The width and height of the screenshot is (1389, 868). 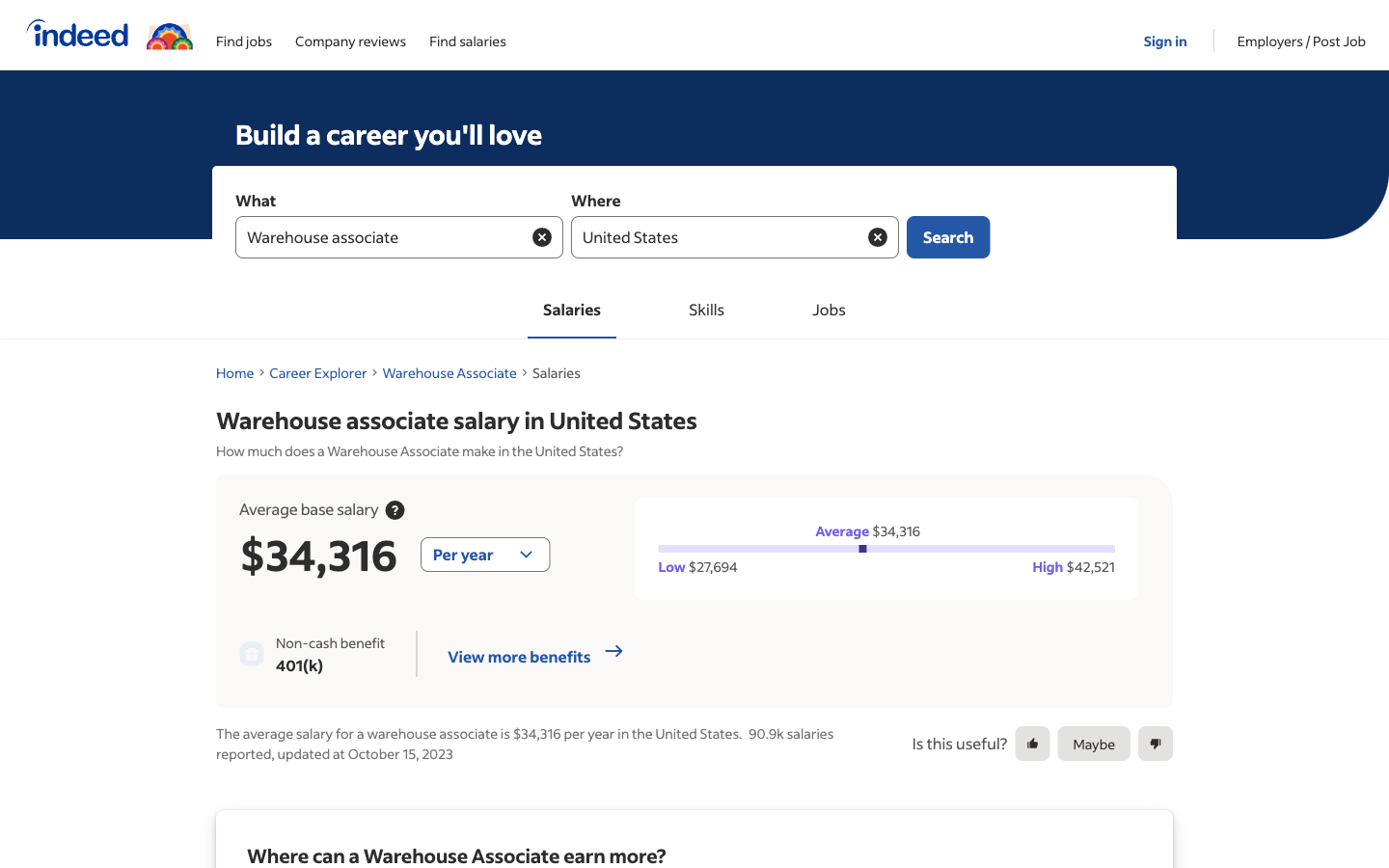 What do you see at coordinates (73, 34) in the screenshot?
I see `a visit to Indeed"s homepage` at bounding box center [73, 34].